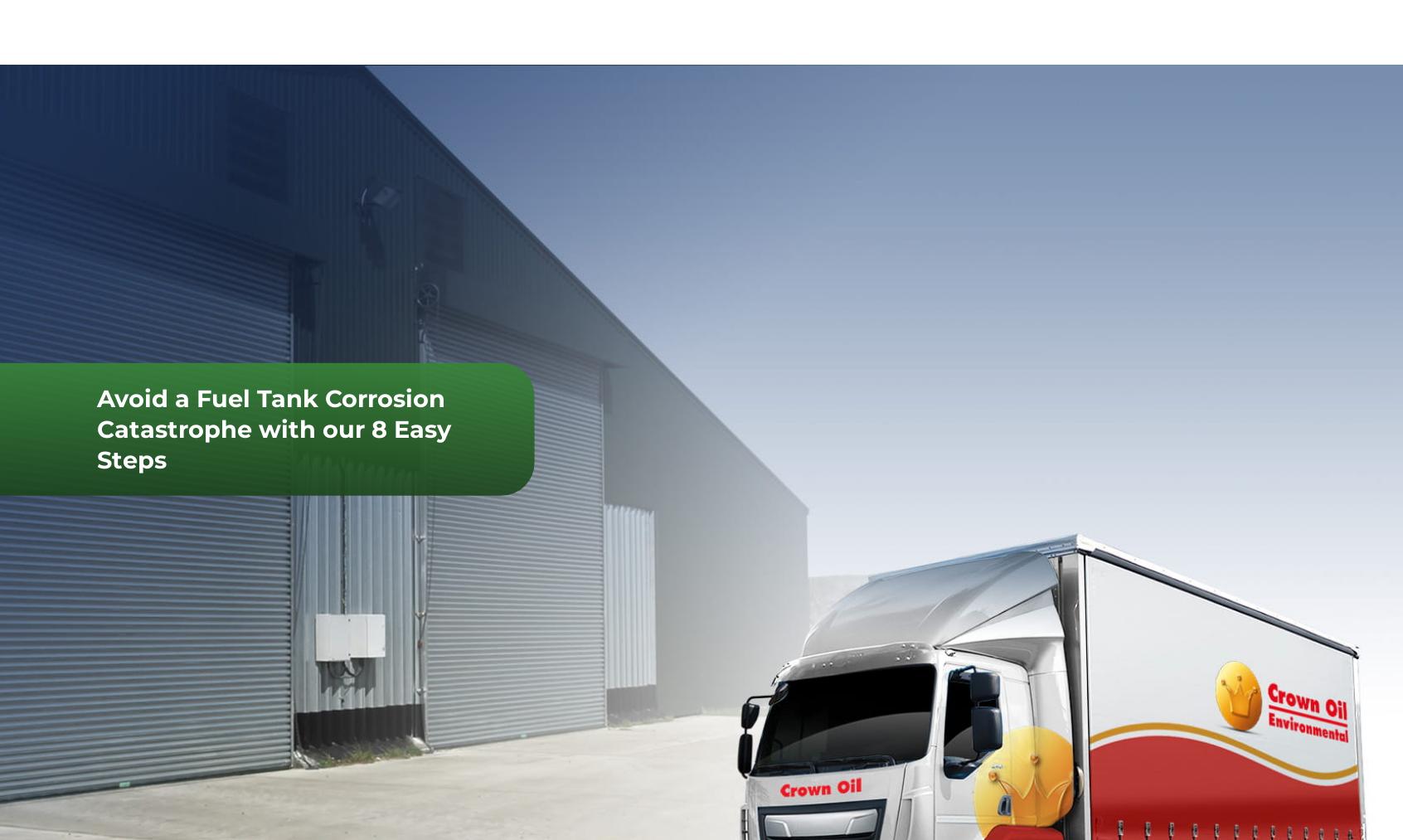 The width and height of the screenshot is (1403, 840). I want to click on 'Postcode', so click(1158, 682).